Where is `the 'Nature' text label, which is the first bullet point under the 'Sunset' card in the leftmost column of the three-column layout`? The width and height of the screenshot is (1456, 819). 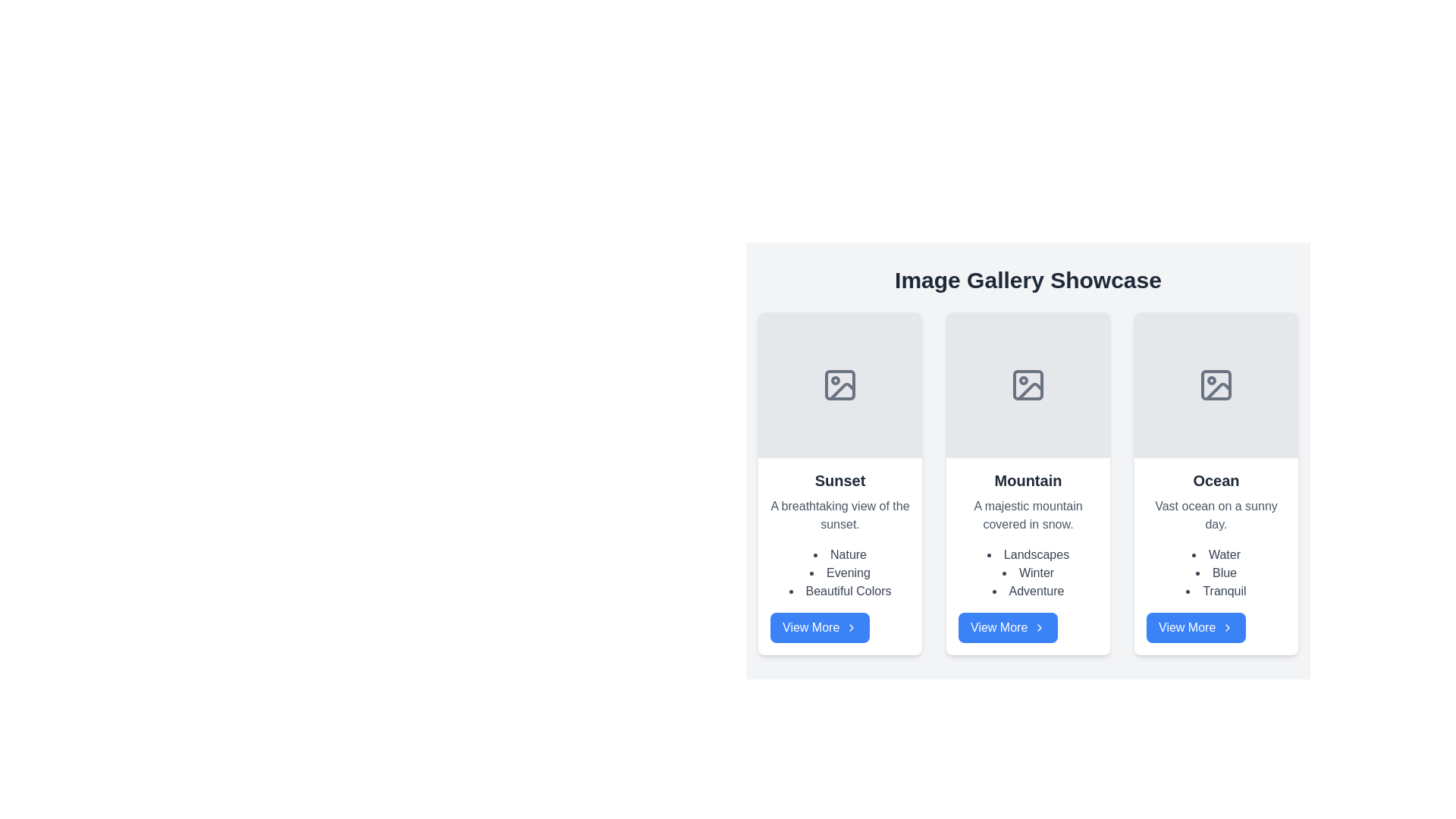 the 'Nature' text label, which is the first bullet point under the 'Sunset' card in the leftmost column of the three-column layout is located at coordinates (839, 555).